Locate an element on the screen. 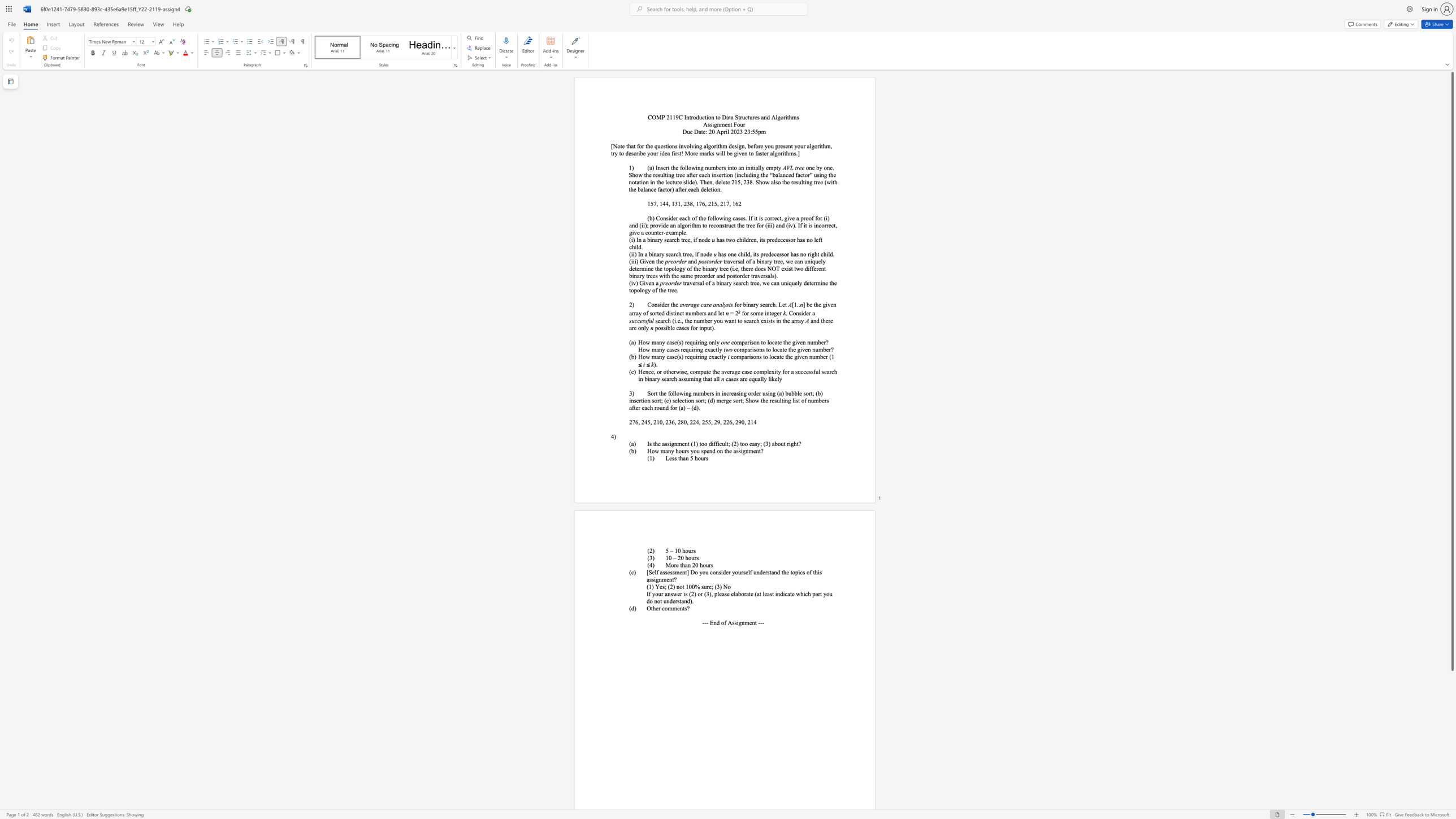 The image size is (1456, 819). the subset text "ou spend on th" within the text "How many hours you spend on the assignment?" is located at coordinates (694, 450).